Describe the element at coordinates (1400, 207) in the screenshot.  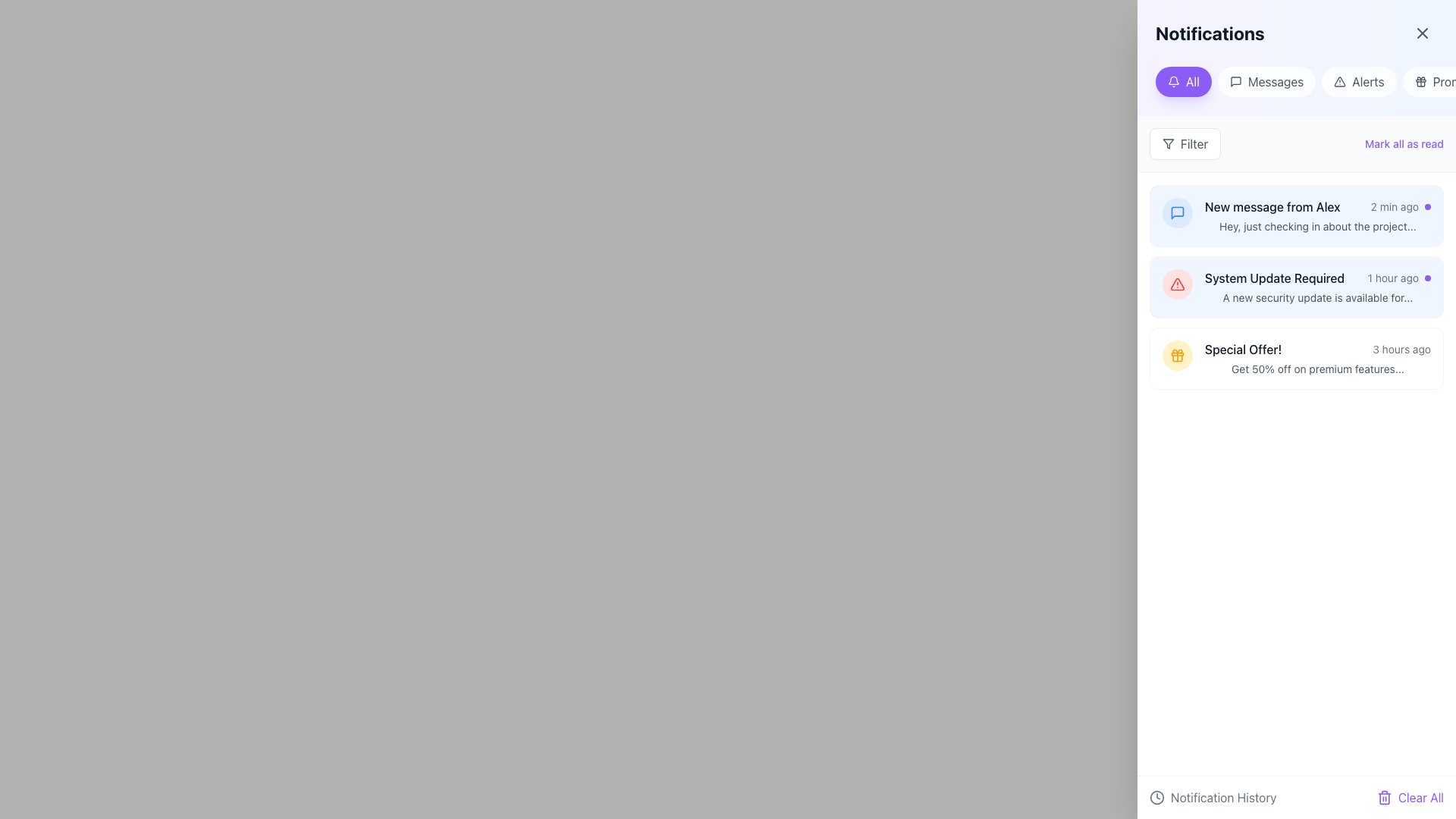
I see `the text label '2 min ago' next to the purple dot icon in the 'New message from Alex' notification entry` at that location.